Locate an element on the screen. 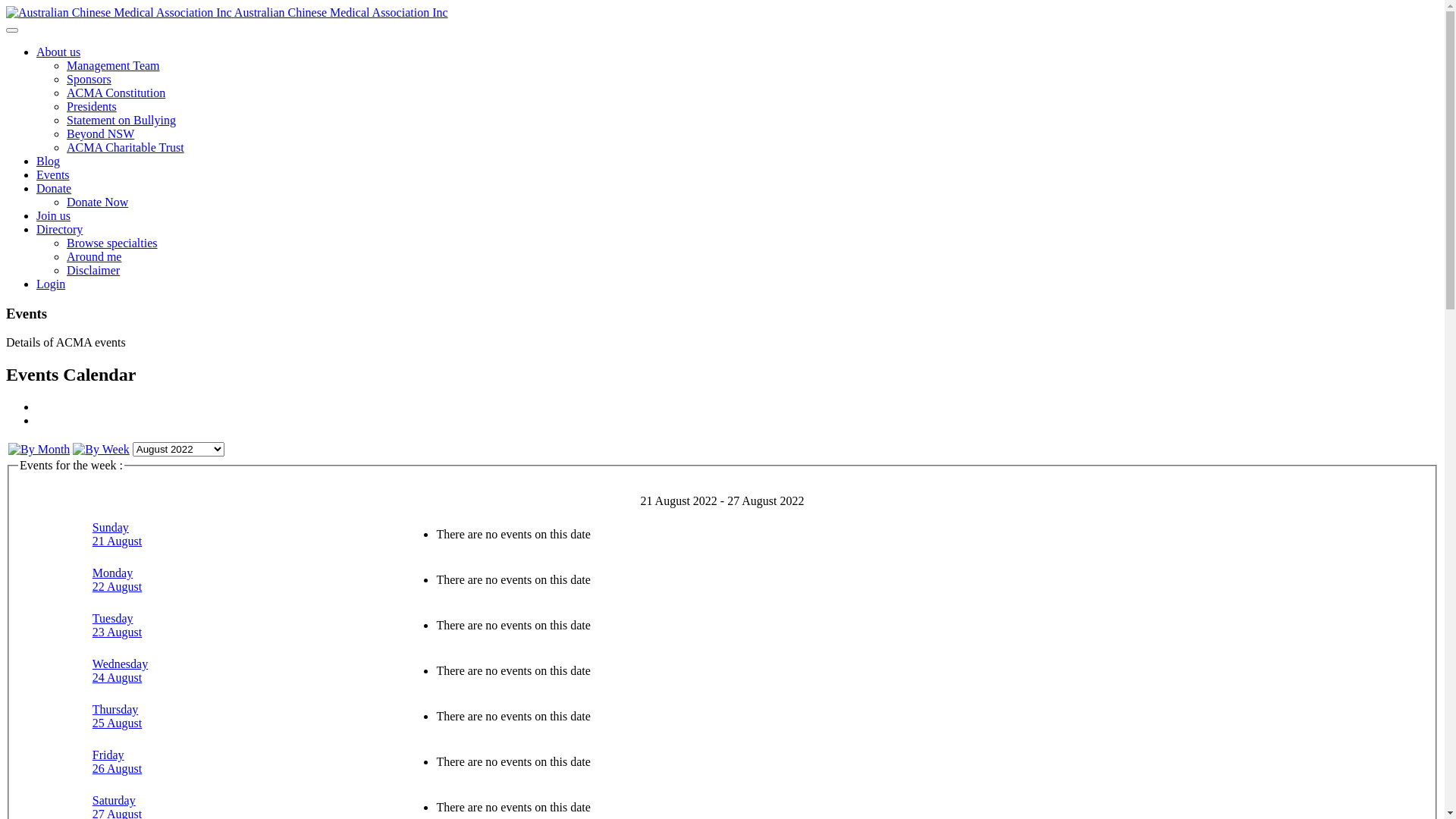  'Sunday is located at coordinates (116, 533).